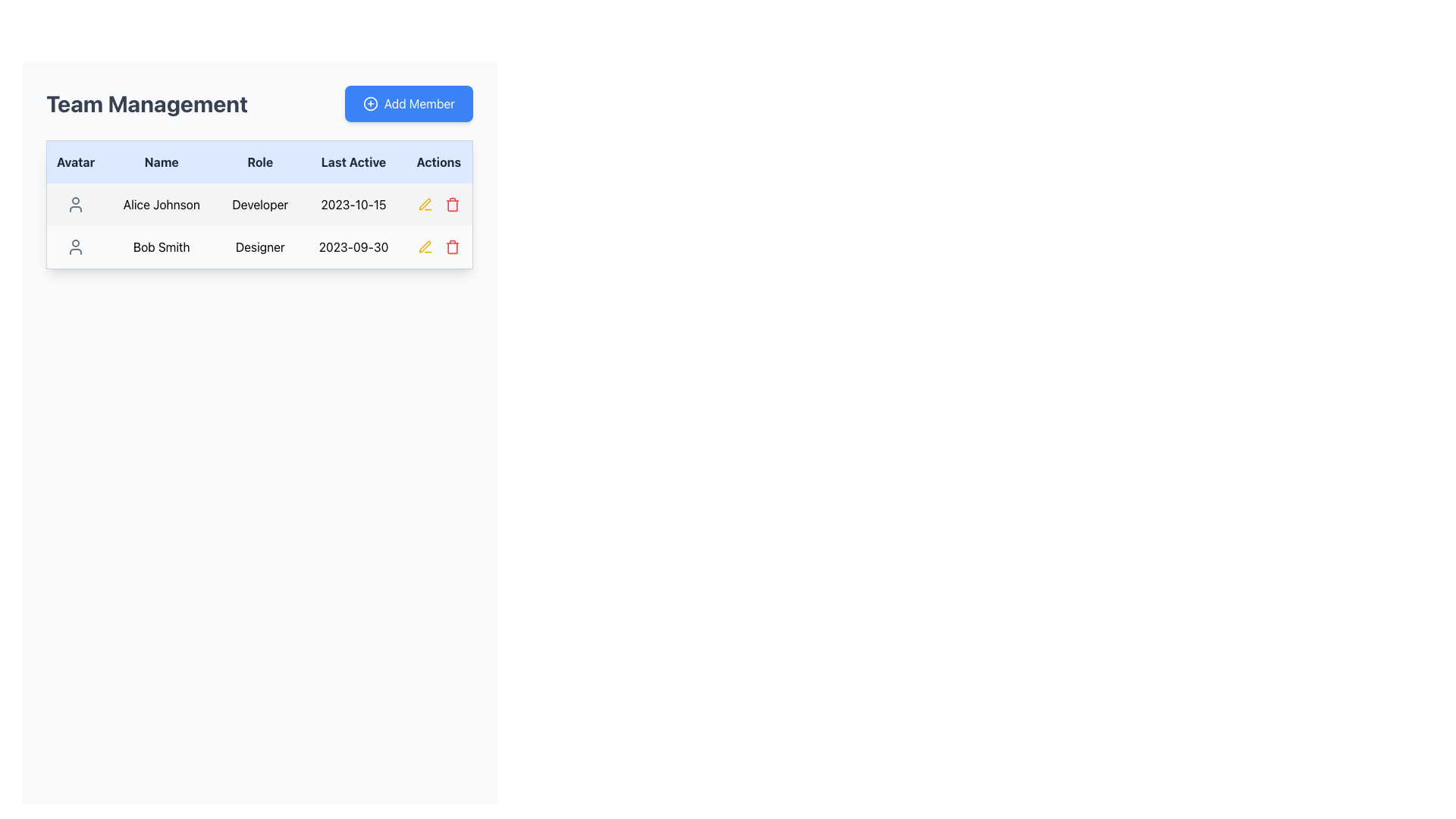 The image size is (1456, 819). I want to click on the table header indicating the last active date of team members, located as the fourth column between 'Role' and 'Actions', so click(353, 162).